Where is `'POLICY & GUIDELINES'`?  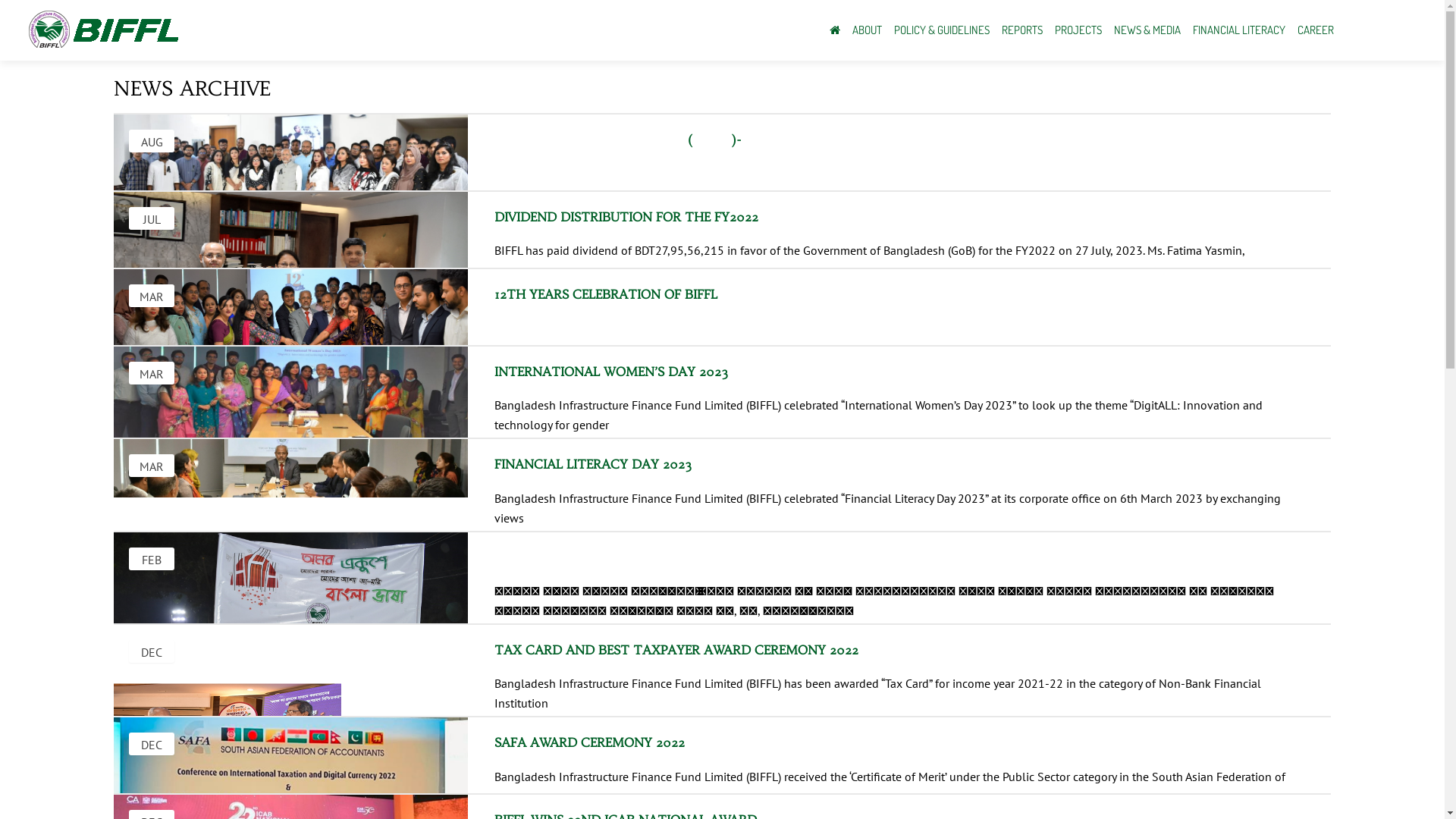
'POLICY & GUIDELINES' is located at coordinates (941, 30).